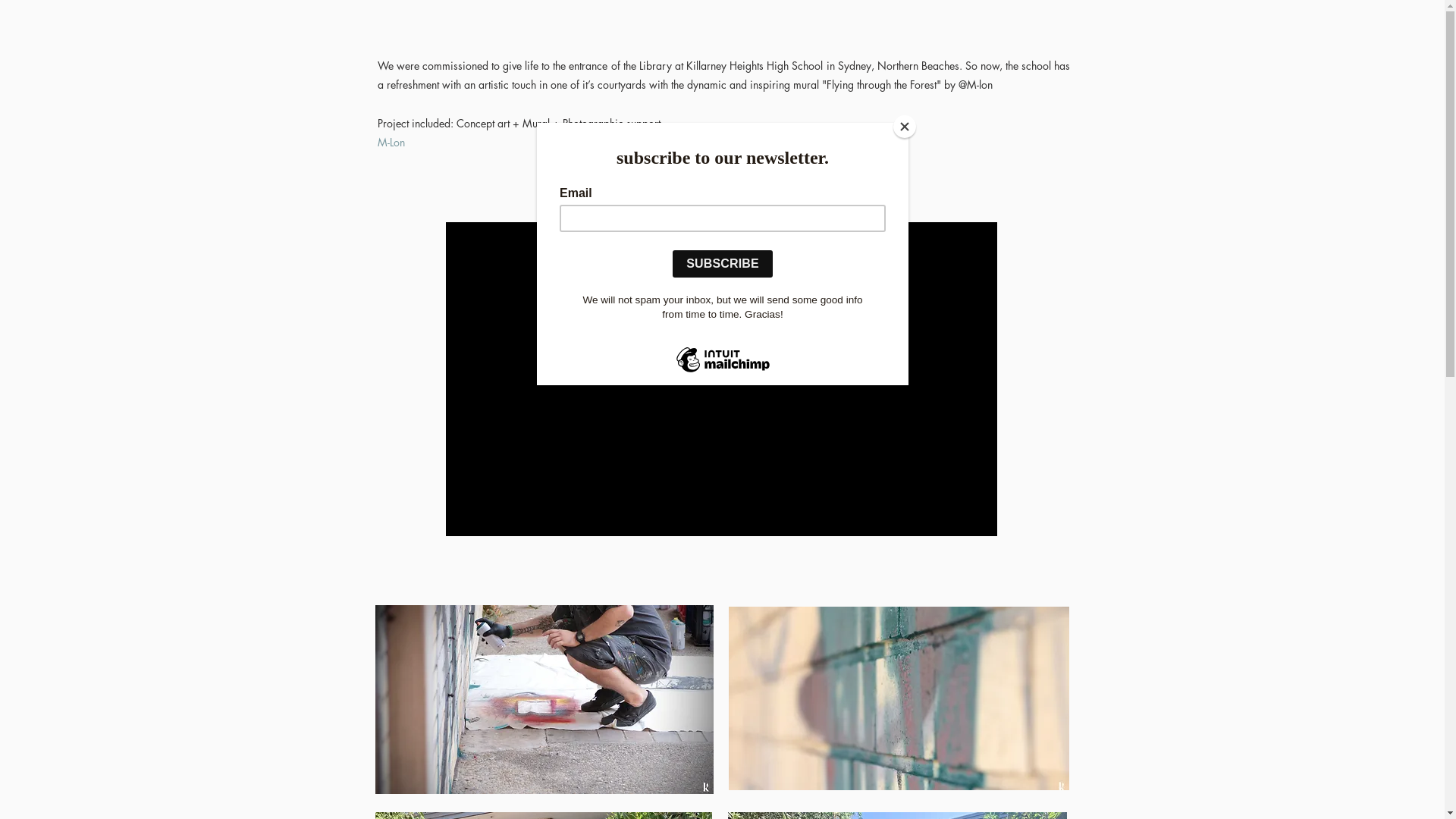 The image size is (1456, 819). Describe the element at coordinates (391, 142) in the screenshot. I see `'M-Lon'` at that location.